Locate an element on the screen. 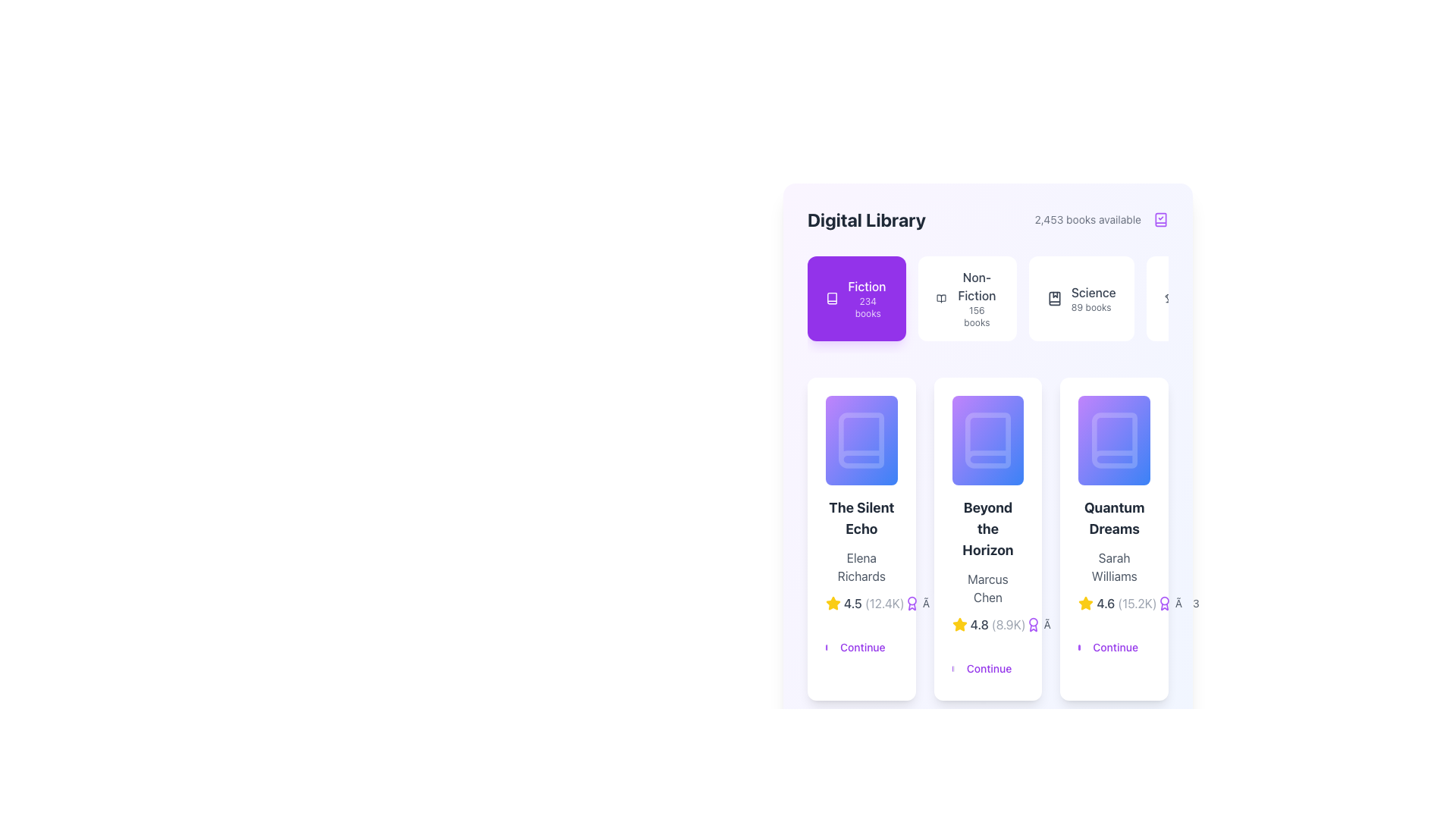 Image resolution: width=1456 pixels, height=819 pixels. the text label displaying 'Ãx3', which is a small font textual indicator located at the end of the rating sequence under the 'Quantum Dreams' book card, positioned to the right of the purple award icon is located at coordinates (1177, 603).